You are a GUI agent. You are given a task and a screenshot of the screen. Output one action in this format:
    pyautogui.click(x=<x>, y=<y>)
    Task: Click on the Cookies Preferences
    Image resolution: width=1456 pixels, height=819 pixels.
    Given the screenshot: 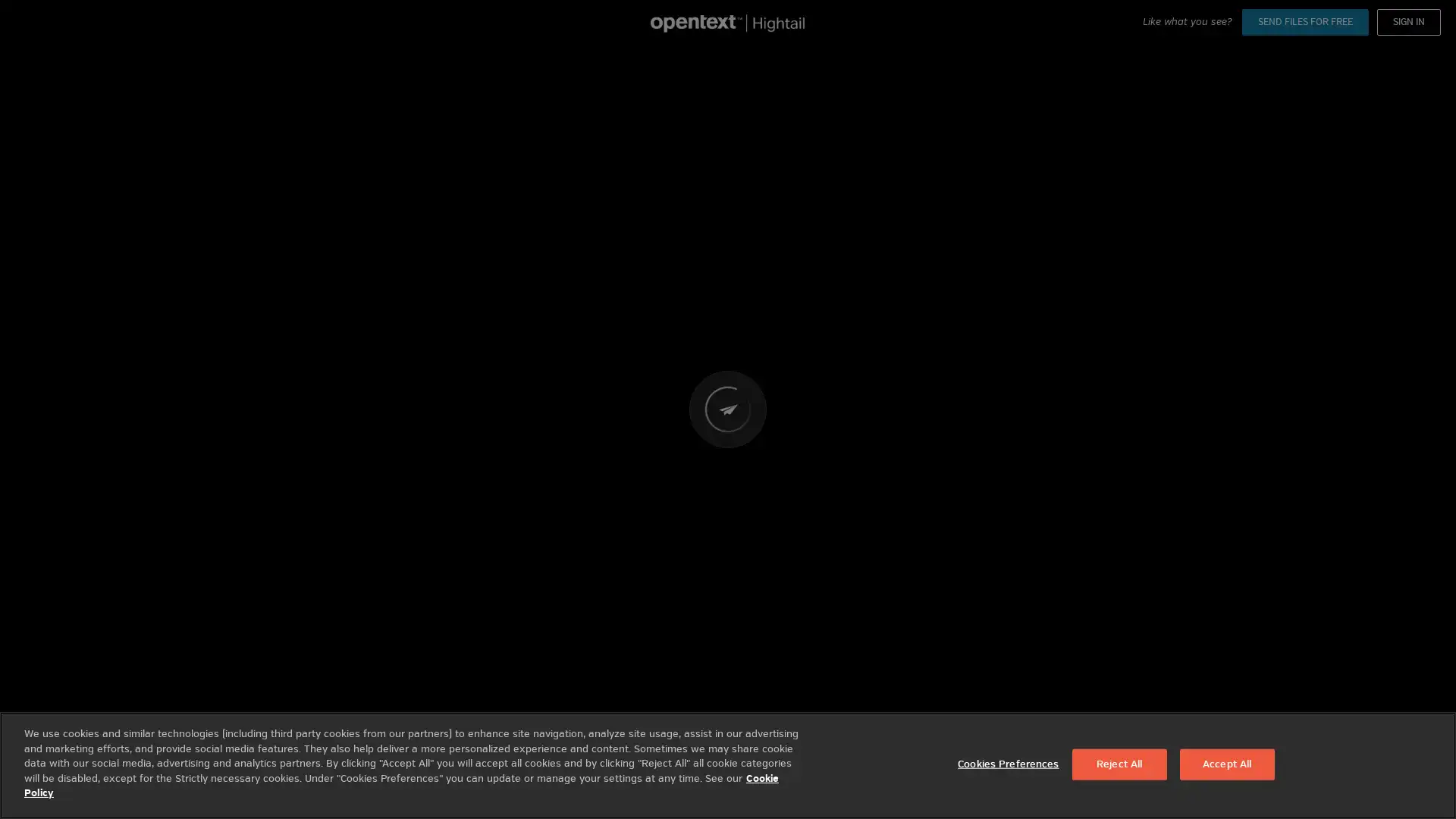 What is the action you would take?
    pyautogui.click(x=1008, y=764)
    